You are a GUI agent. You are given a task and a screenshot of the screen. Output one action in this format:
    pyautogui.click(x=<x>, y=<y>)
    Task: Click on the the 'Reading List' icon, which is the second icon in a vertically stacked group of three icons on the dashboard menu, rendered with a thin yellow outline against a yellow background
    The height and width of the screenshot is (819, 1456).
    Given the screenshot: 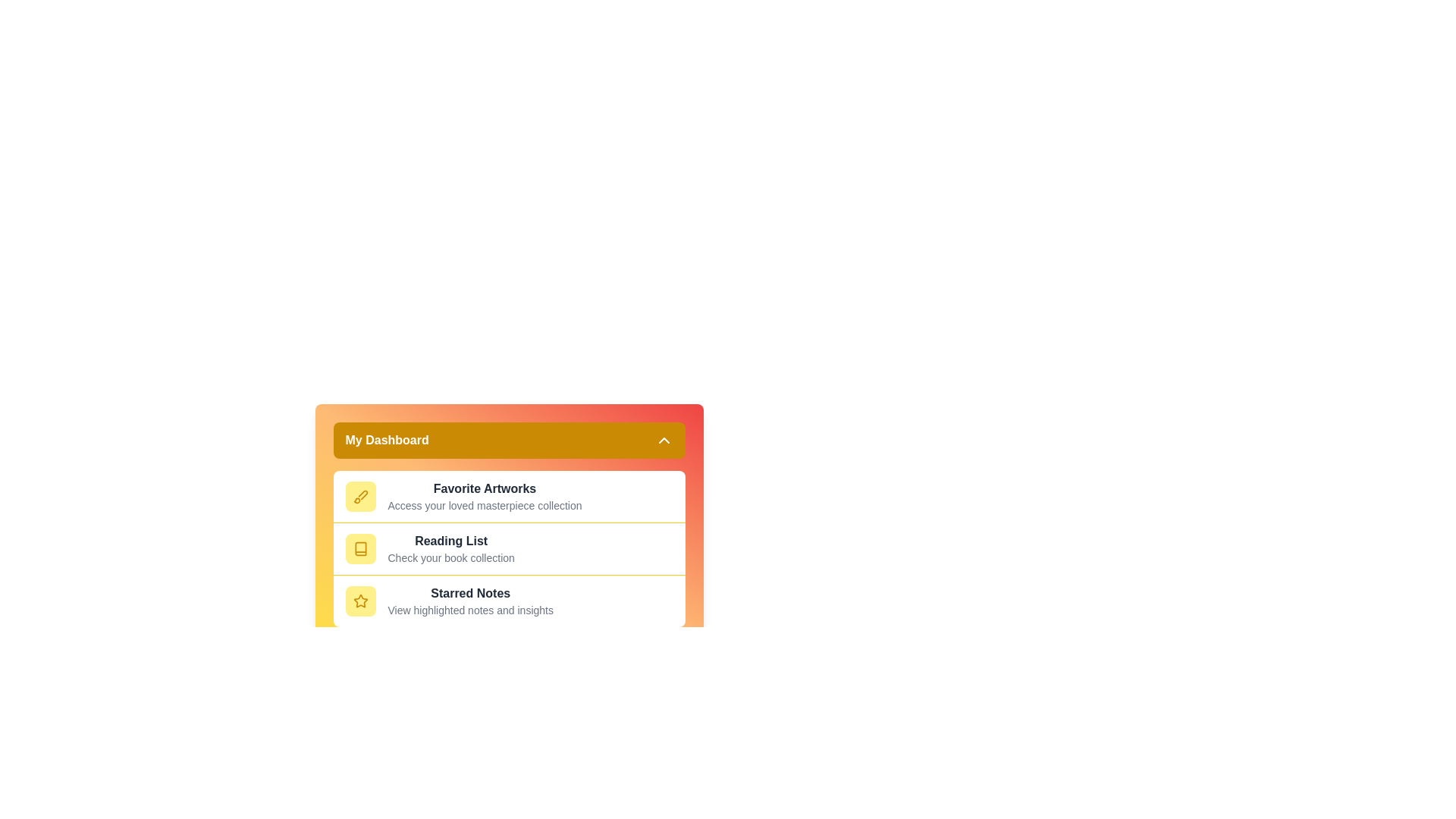 What is the action you would take?
    pyautogui.click(x=359, y=549)
    